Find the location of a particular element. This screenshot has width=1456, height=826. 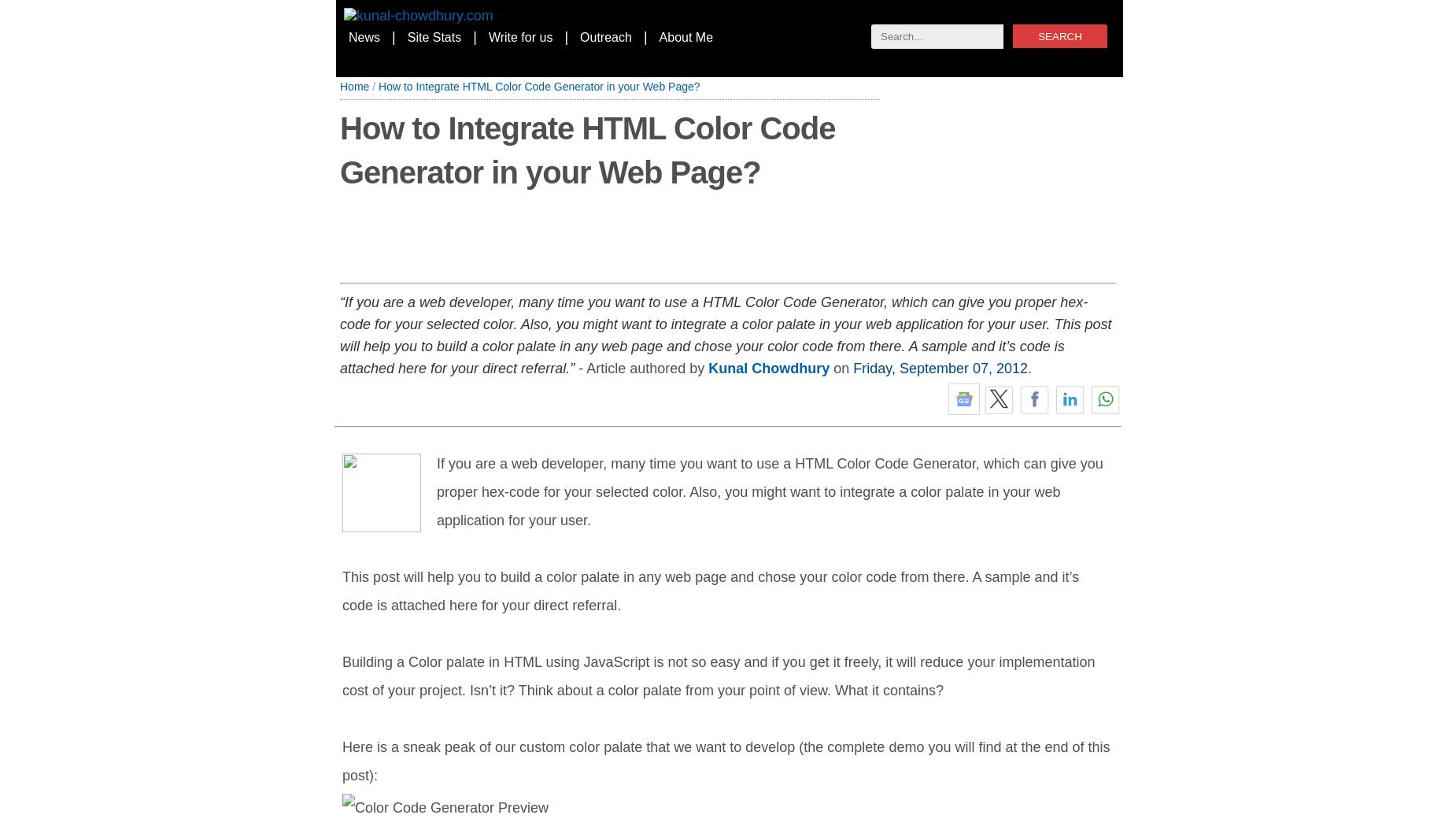

'If you are a web developer, many time you want to use a HTML Color Code Generator, which can give you proper hex-code for your selected color. Also, you might want to integrate a color palate in your web application for your user.' is located at coordinates (768, 491).